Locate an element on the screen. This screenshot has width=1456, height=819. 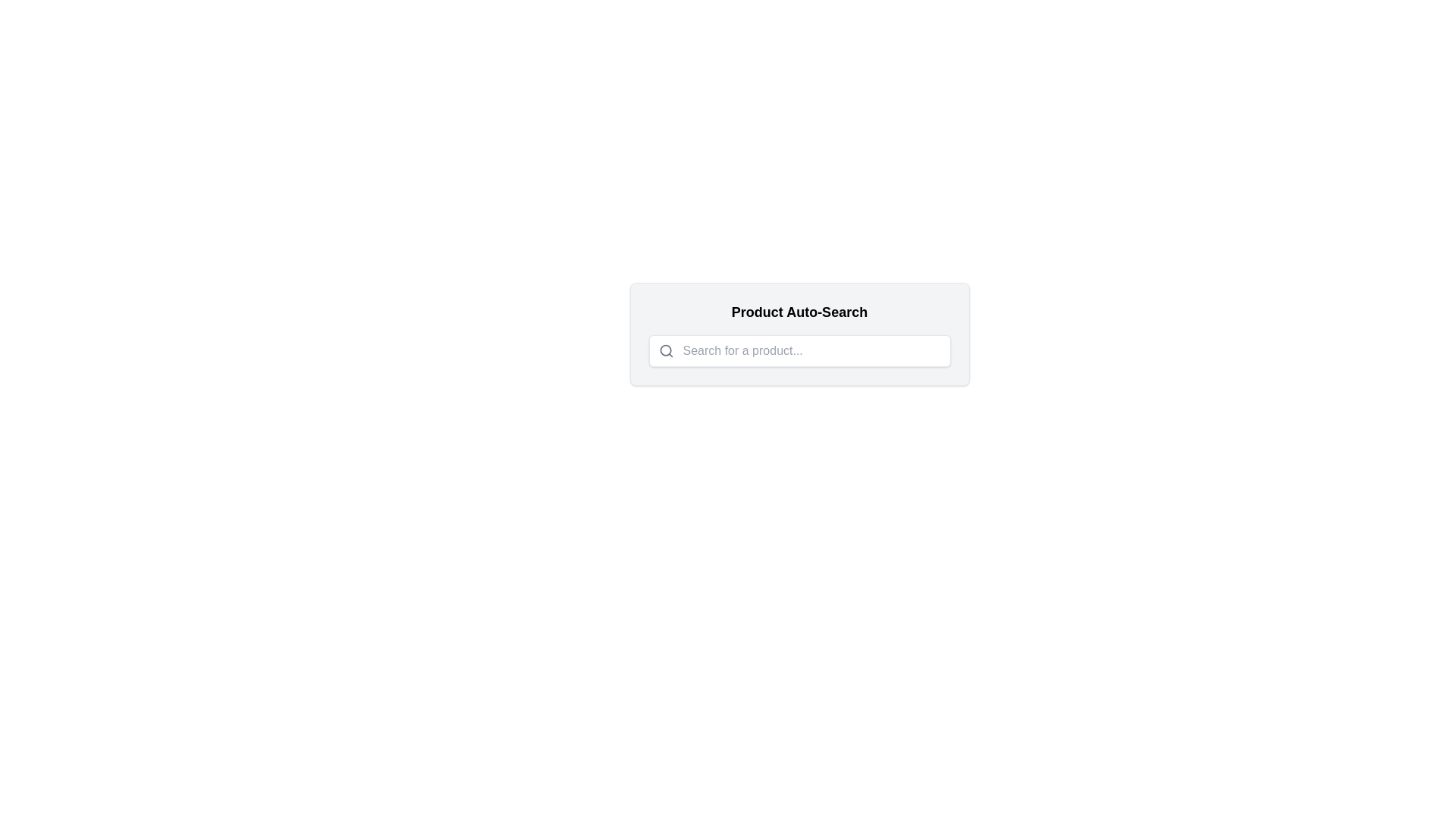
the small gray magnifying glass icon, which represents the search function is located at coordinates (666, 350).